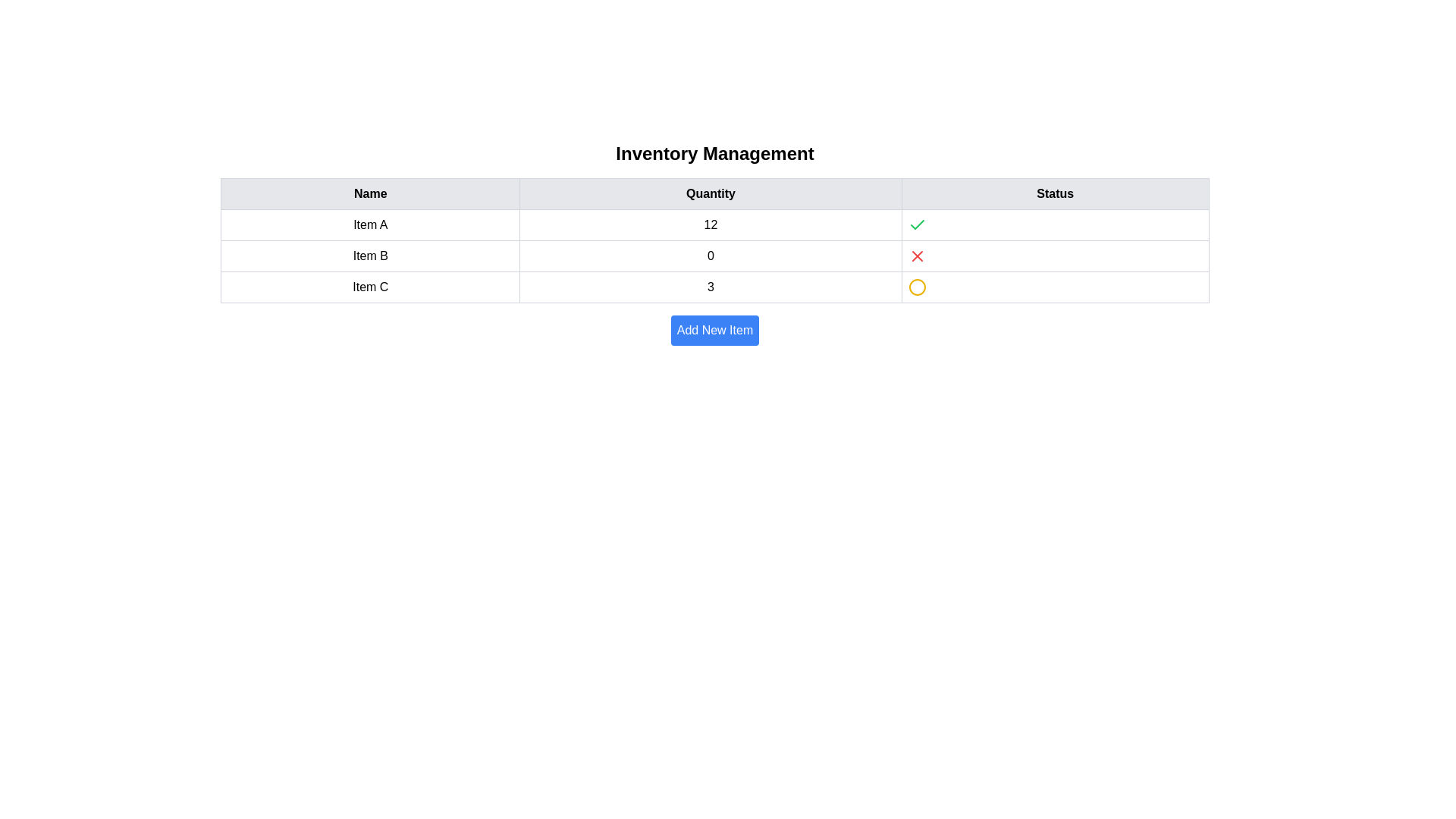 The image size is (1456, 819). Describe the element at coordinates (710, 256) in the screenshot. I see `the table cell containing the numerical text '0' in the 'Quantity' column for 'Item B' by moving the cursor to its center point` at that location.